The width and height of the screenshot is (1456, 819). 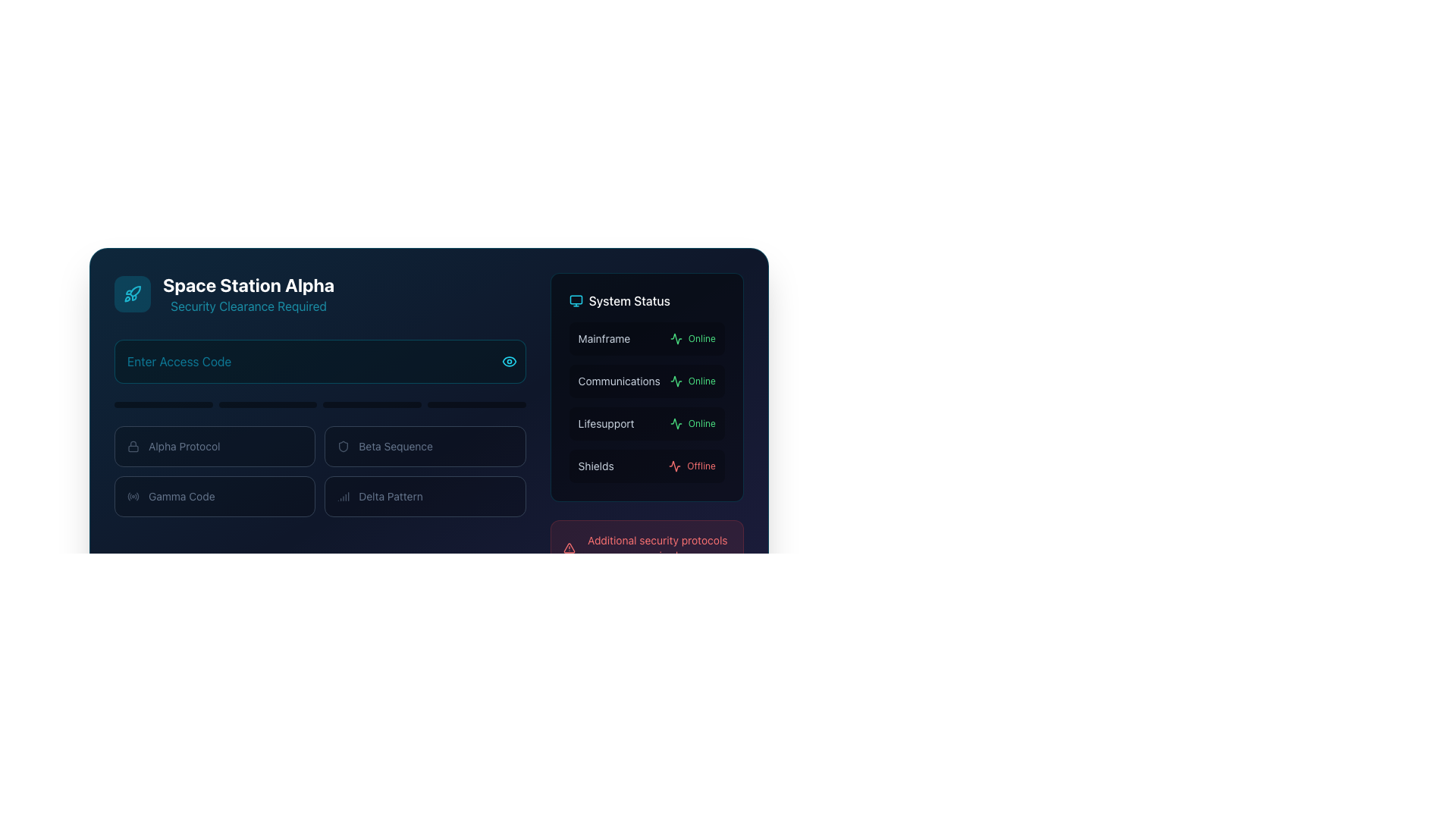 I want to click on the lock icon that signifies the 'Alpha Protocol' option, located at the top-left corner of the button labeled 'Alpha Protocol', so click(x=133, y=446).